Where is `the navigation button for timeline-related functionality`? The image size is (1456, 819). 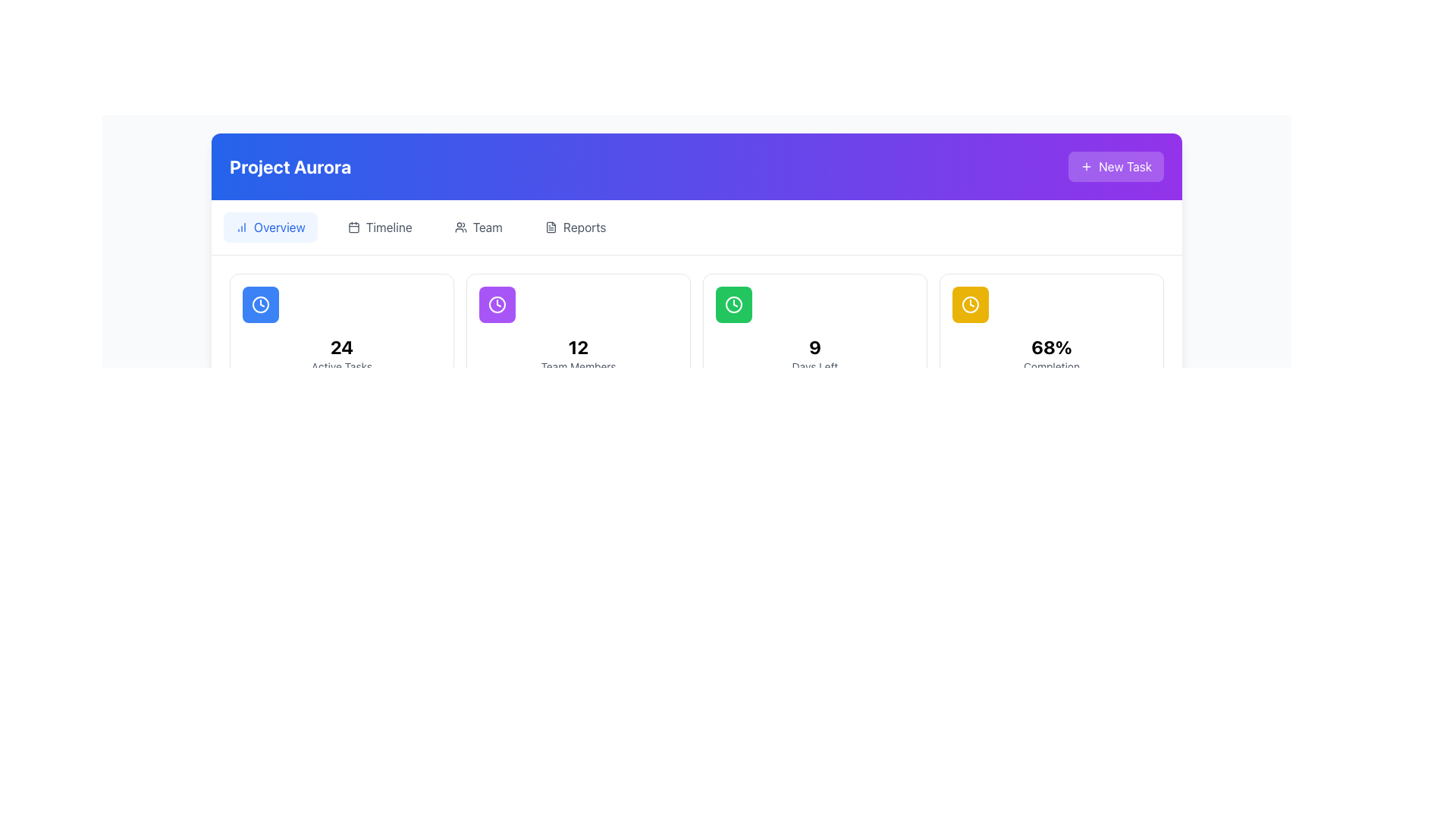 the navigation button for timeline-related functionality is located at coordinates (389, 227).